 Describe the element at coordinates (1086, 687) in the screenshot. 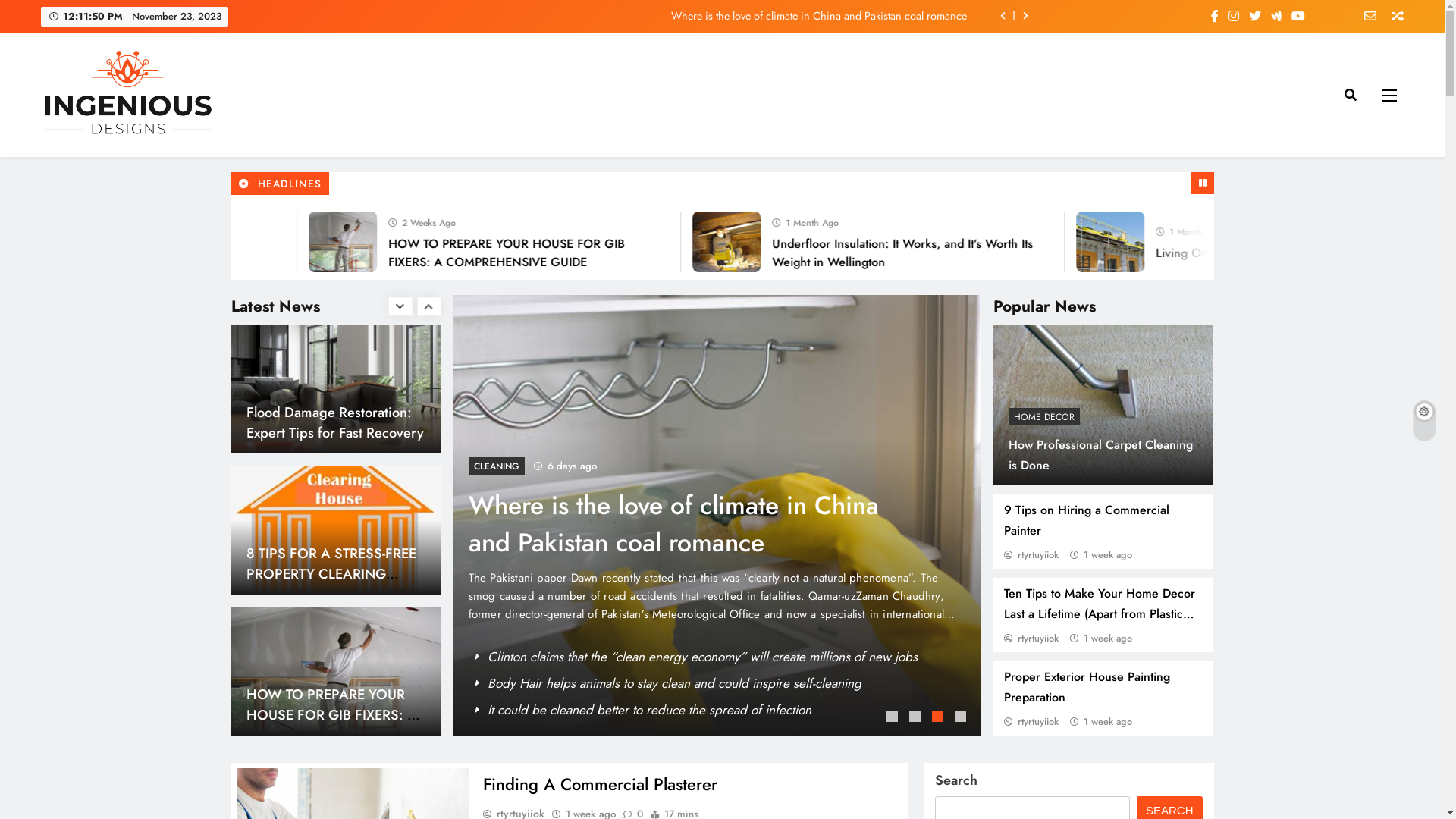

I see `'Proper Exterior House Painting Preparation'` at that location.